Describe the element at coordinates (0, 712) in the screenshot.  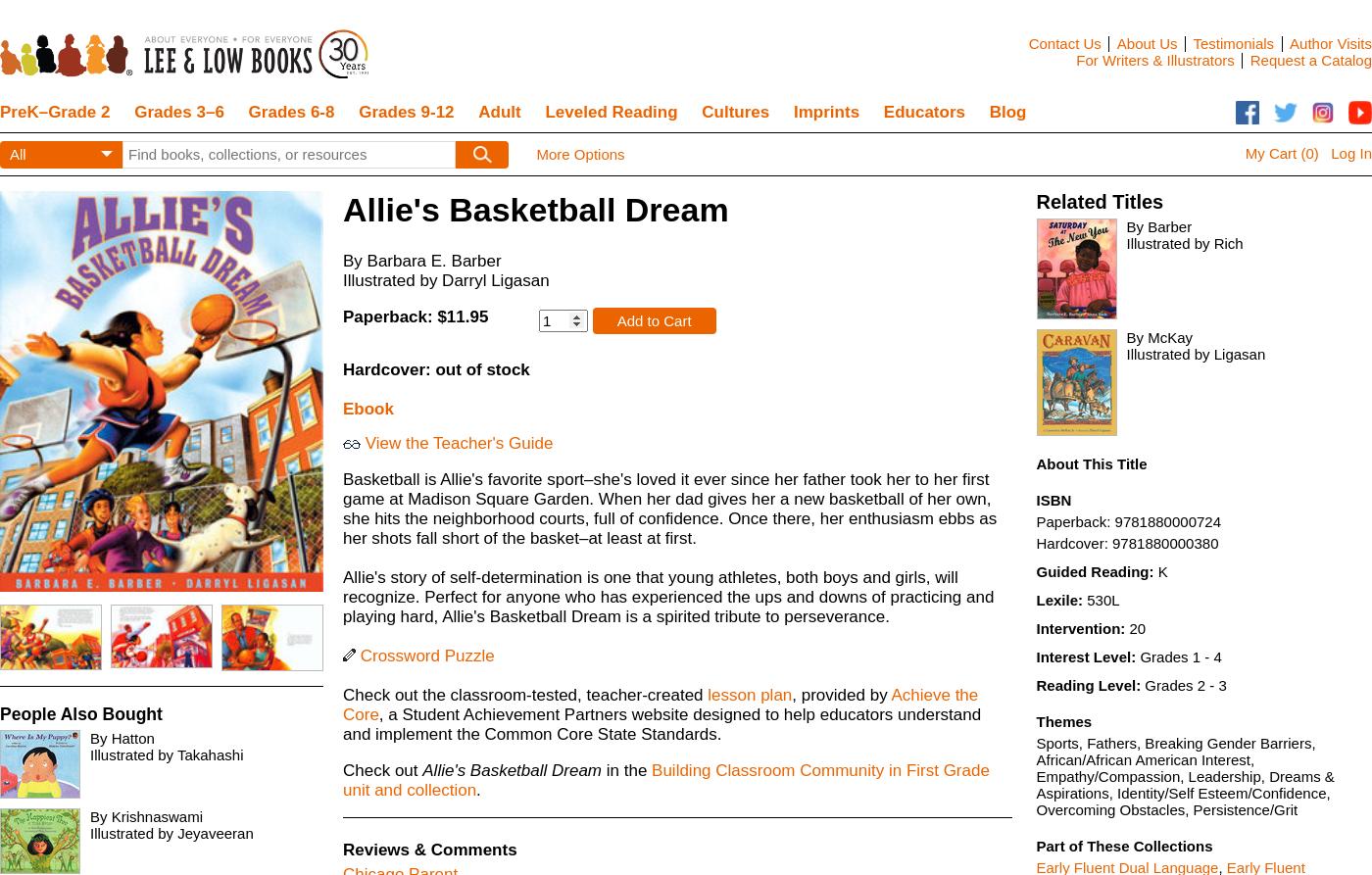
I see `'People Also Bought'` at that location.